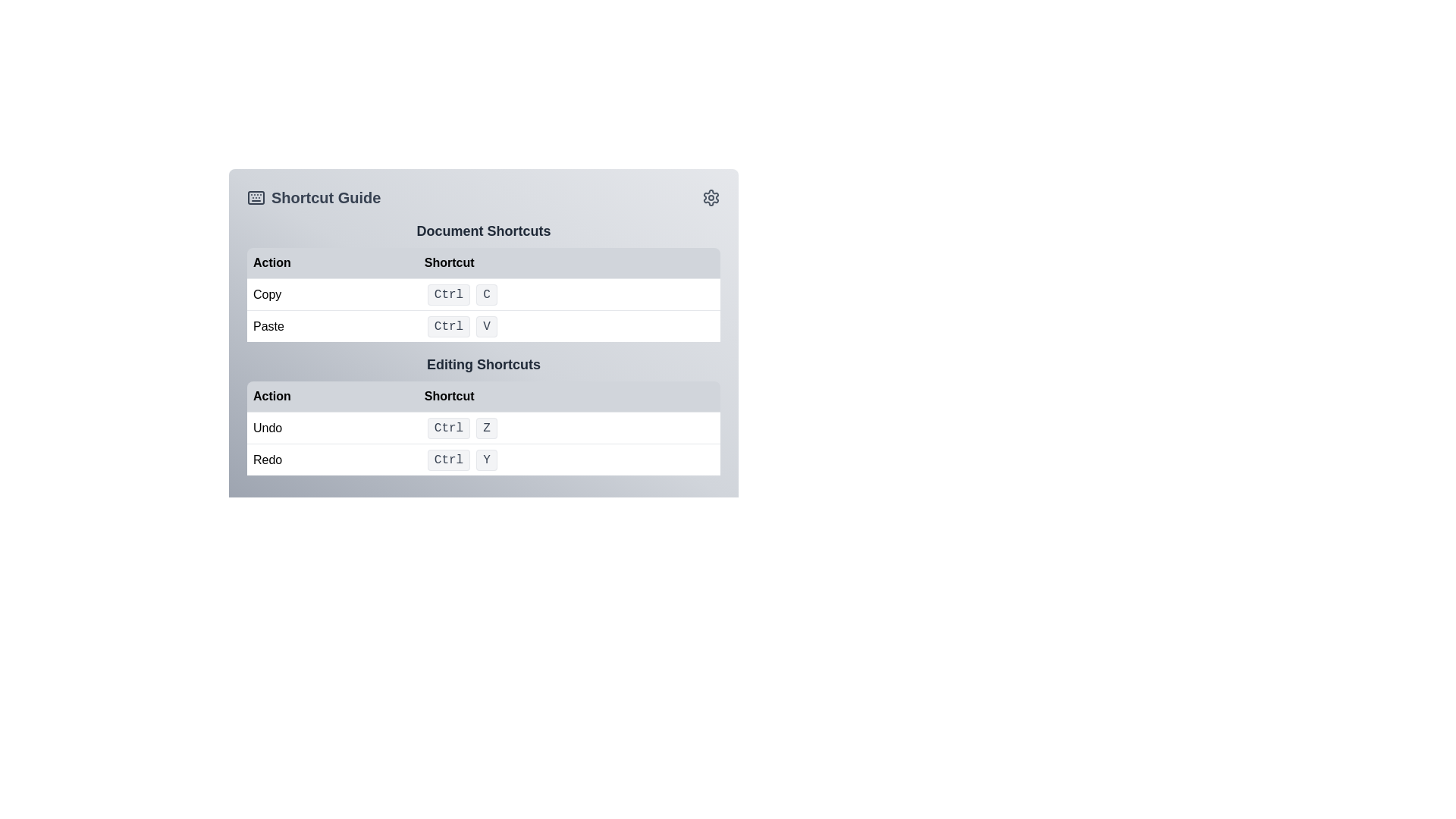 The height and width of the screenshot is (819, 1456). What do you see at coordinates (487, 428) in the screenshot?
I see `the small rectangular button with a light gray background and bold 'Z' centered in dark gray font, located in the 'Editing Shortcuts' section of the 'Shortcut Guide' panel` at bounding box center [487, 428].